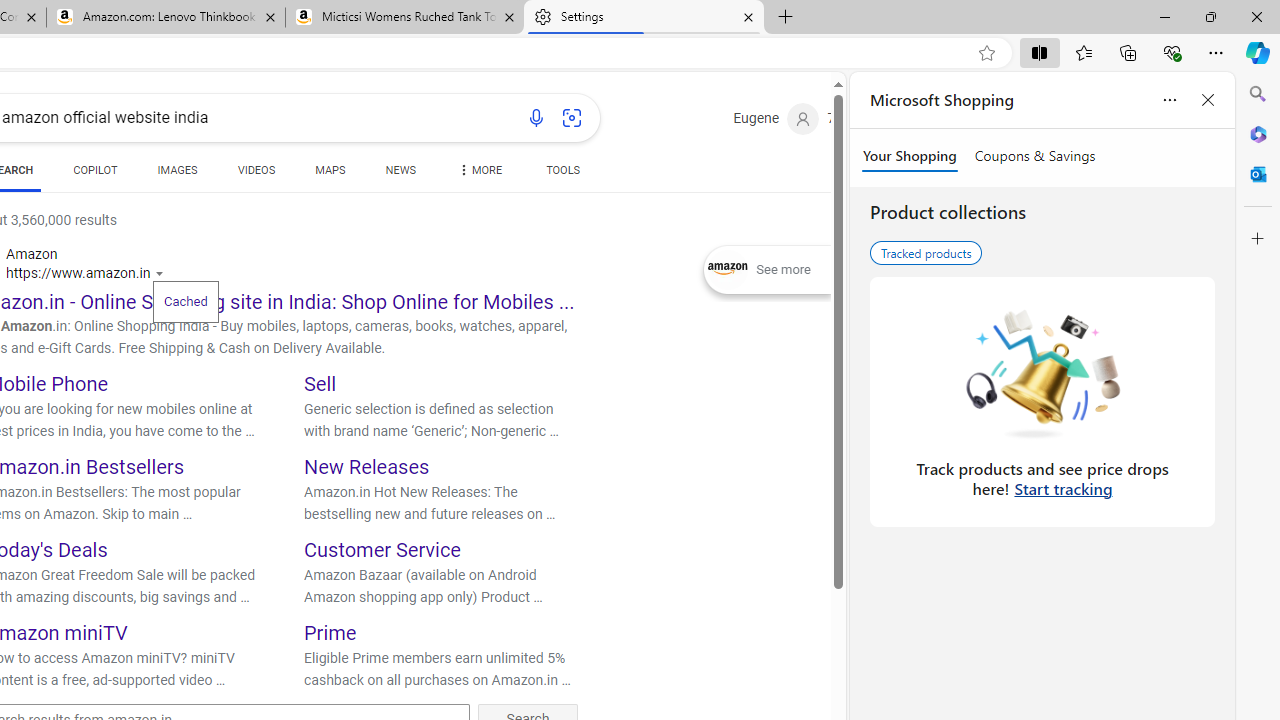 The width and height of the screenshot is (1280, 720). Describe the element at coordinates (477, 172) in the screenshot. I see `'MORE'` at that location.